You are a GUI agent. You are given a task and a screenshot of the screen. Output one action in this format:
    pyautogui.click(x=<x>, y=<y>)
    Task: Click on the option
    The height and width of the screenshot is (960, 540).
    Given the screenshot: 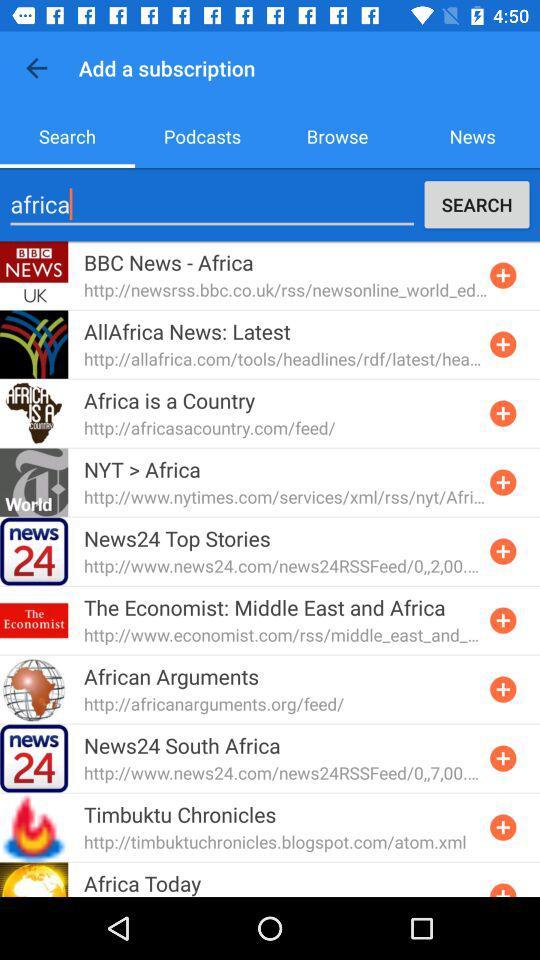 What is the action you would take?
    pyautogui.click(x=502, y=827)
    